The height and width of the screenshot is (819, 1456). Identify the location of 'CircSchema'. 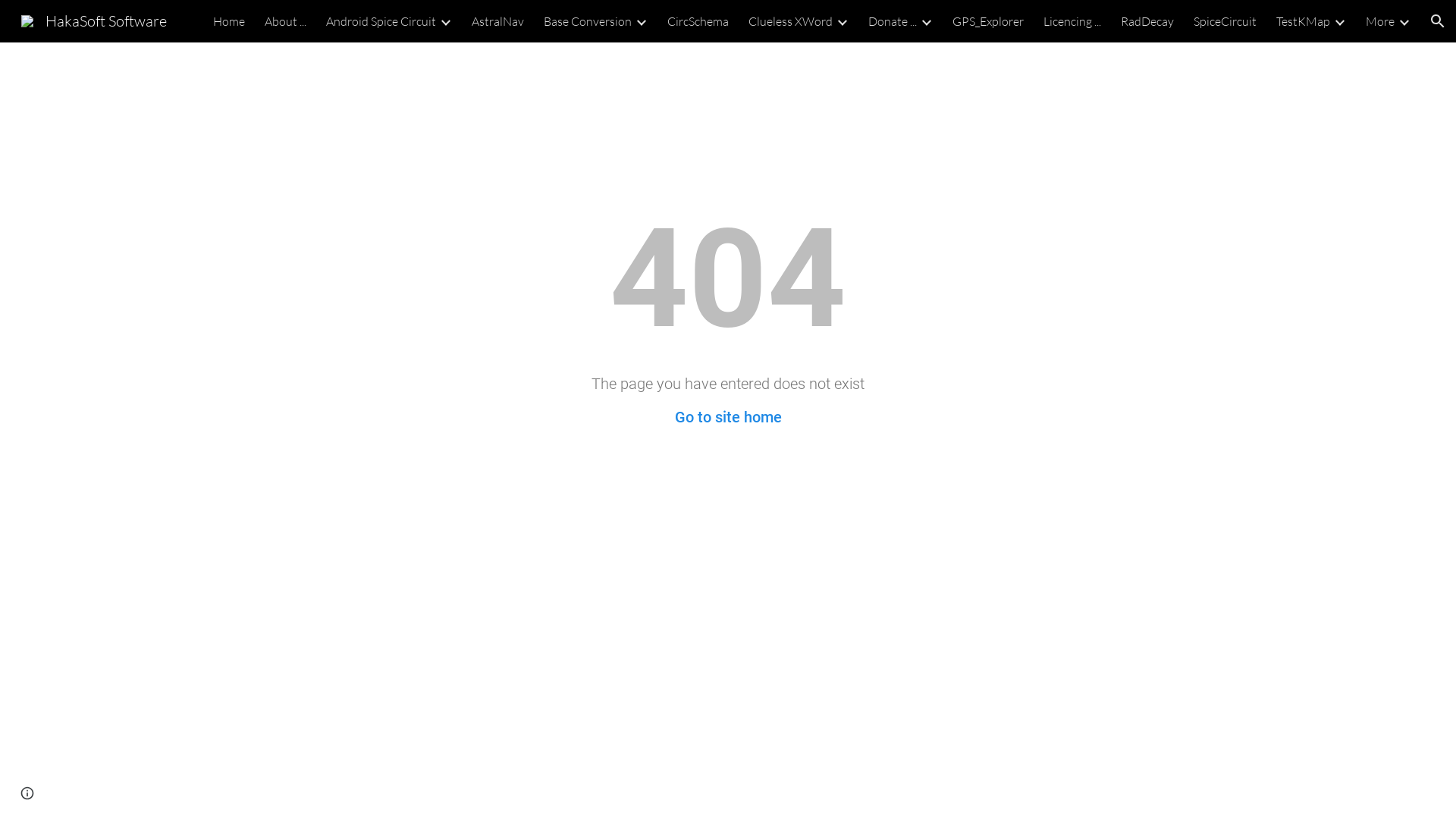
(667, 20).